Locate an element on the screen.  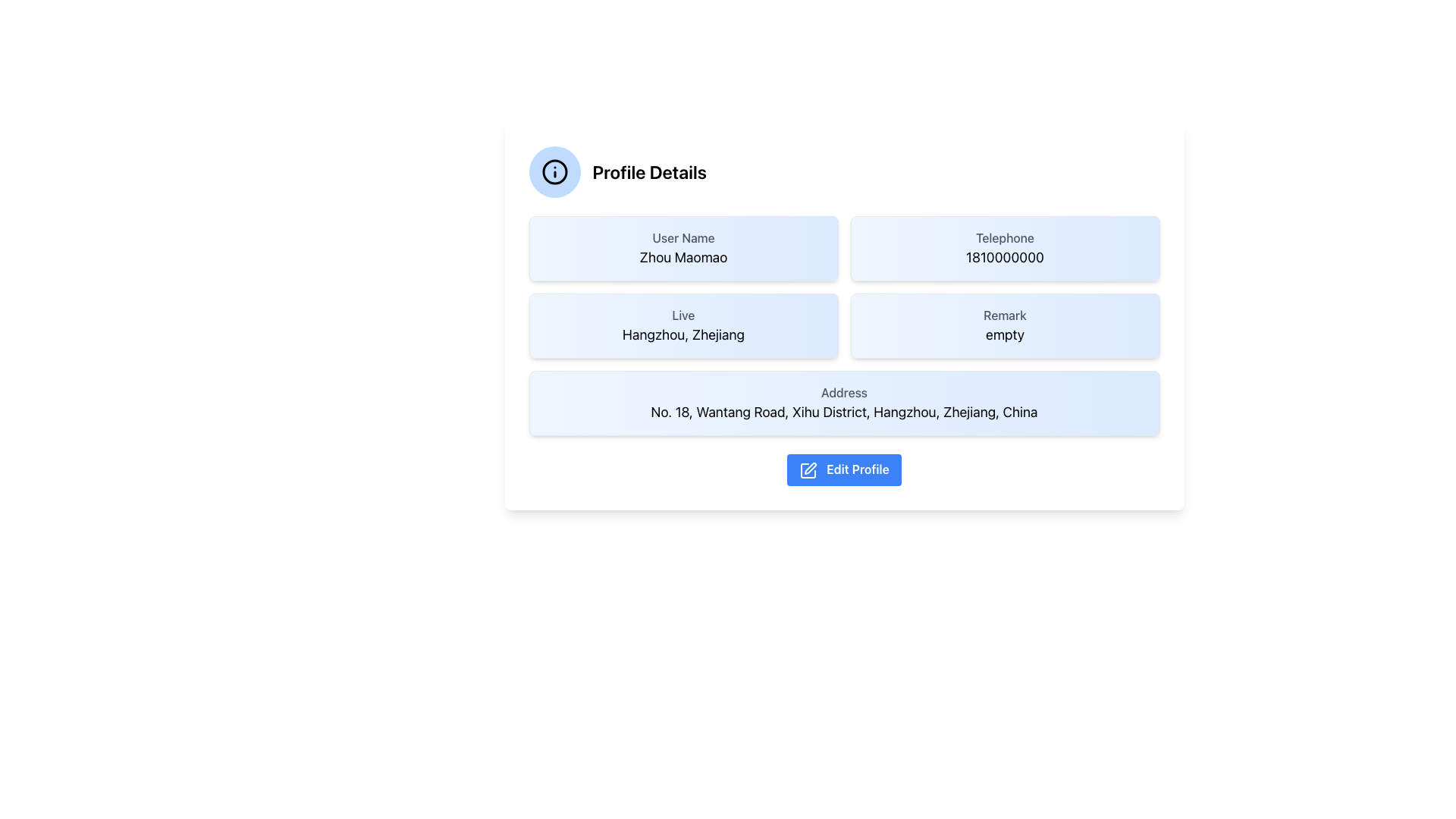
the text display element that shows the word 'empty' in large black font on a light blue background, located beneath the 'Remark' label is located at coordinates (1005, 334).